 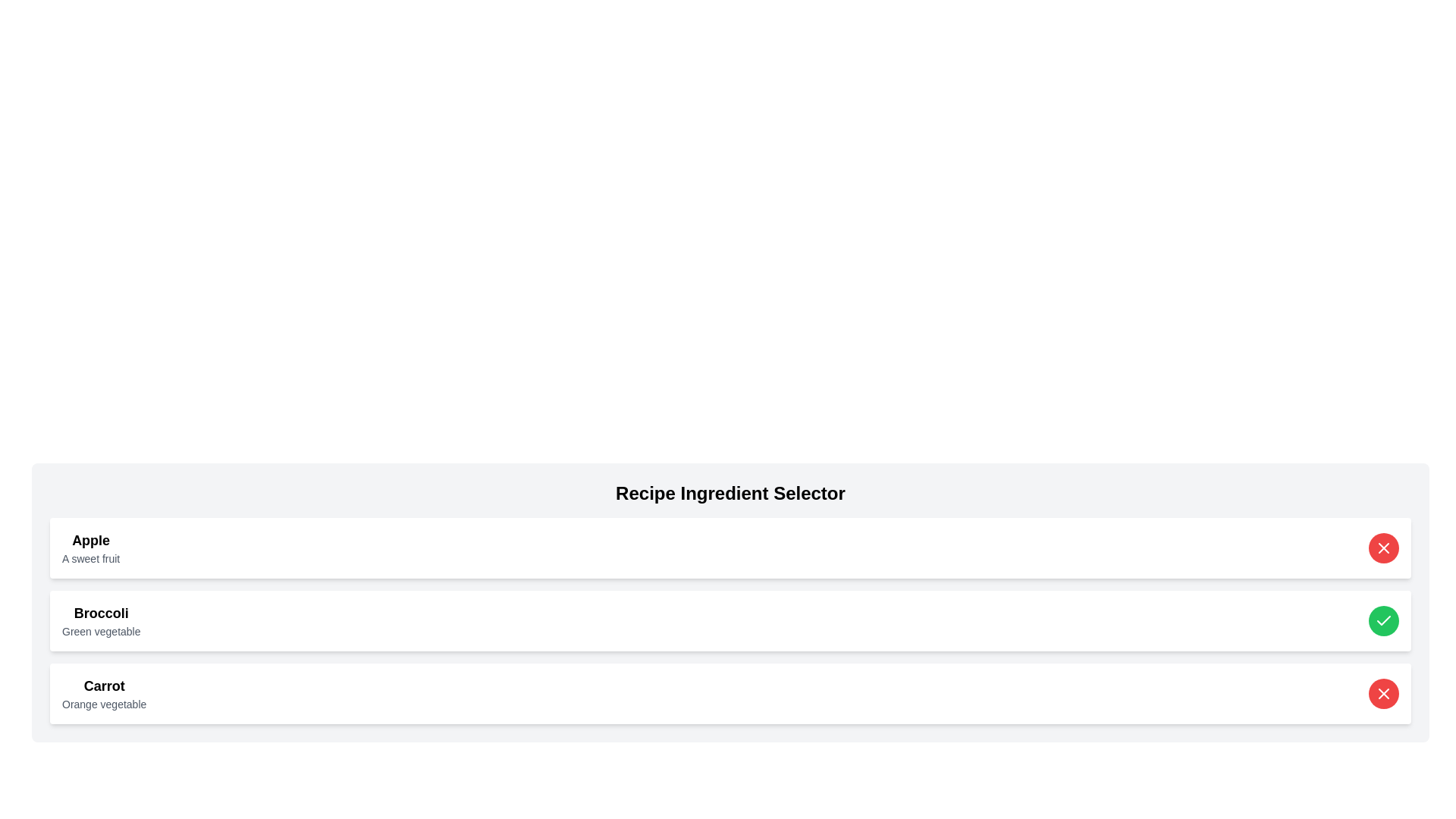 What do you see at coordinates (103, 704) in the screenshot?
I see `text from the label containing 'Orange vegetable', which is styled in a smaller font size and gray color, located directly below the 'Carrot' label` at bounding box center [103, 704].